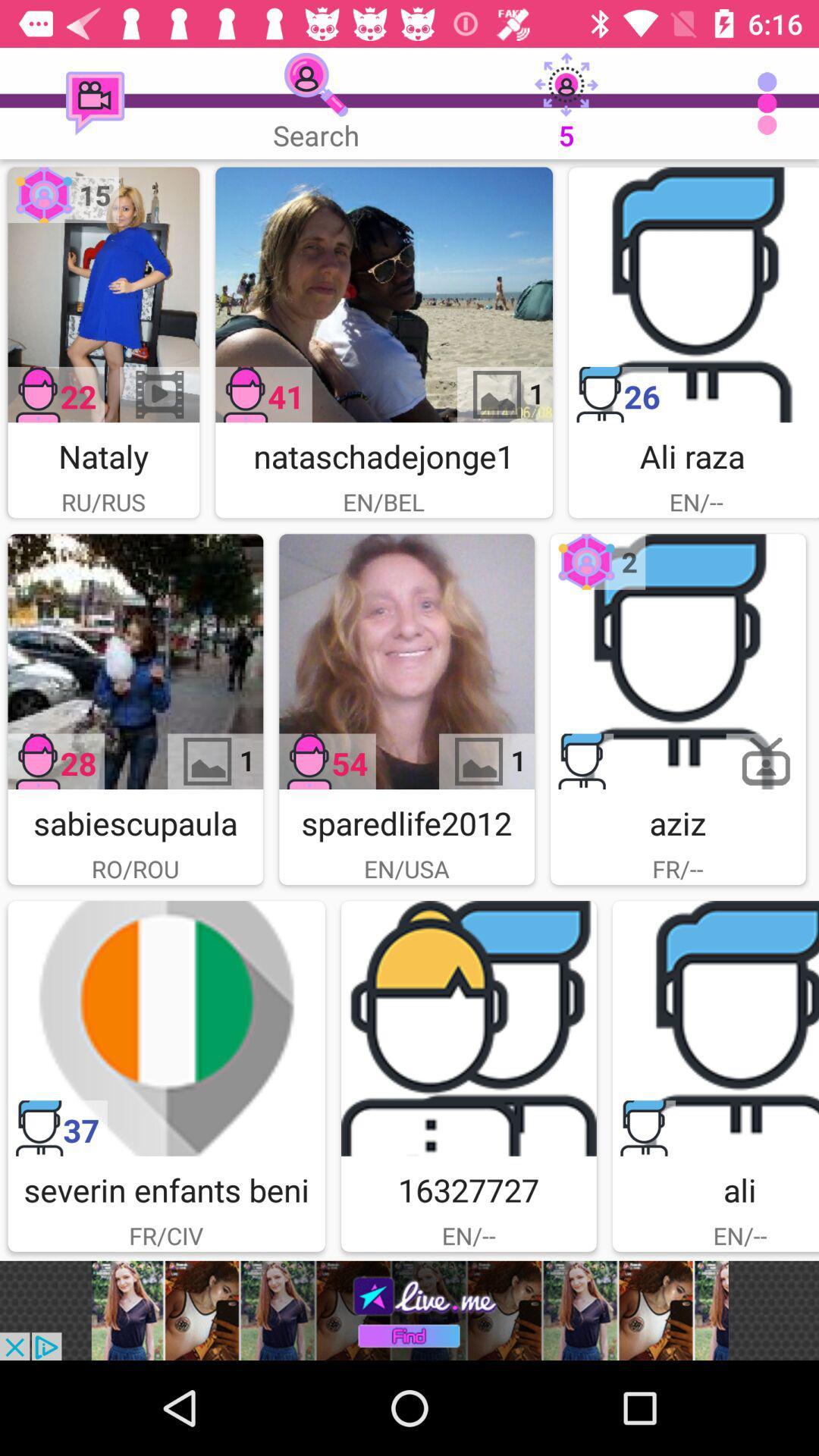 This screenshot has width=819, height=1456. I want to click on advertisement, so click(134, 661).